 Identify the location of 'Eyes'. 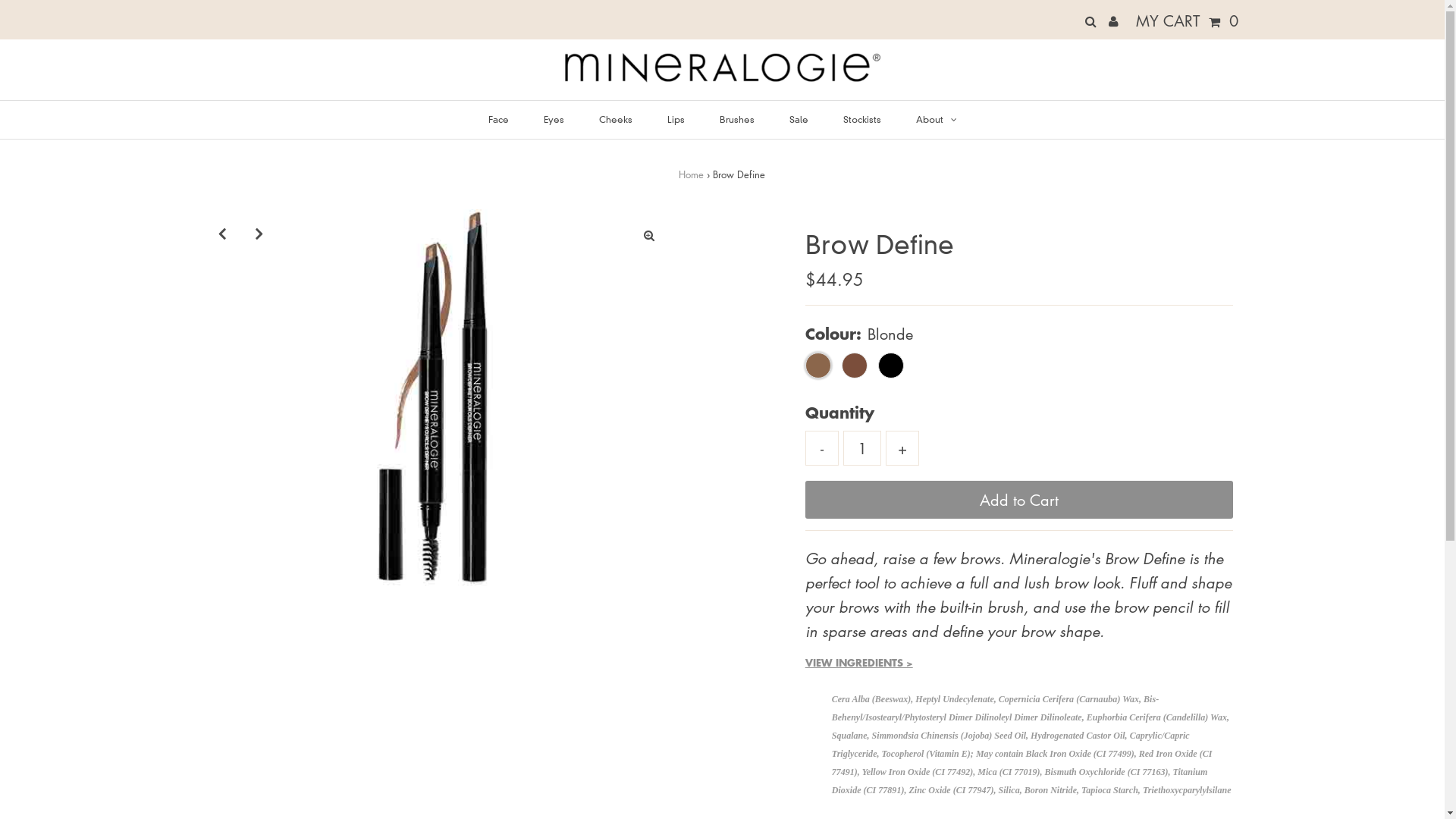
(552, 119).